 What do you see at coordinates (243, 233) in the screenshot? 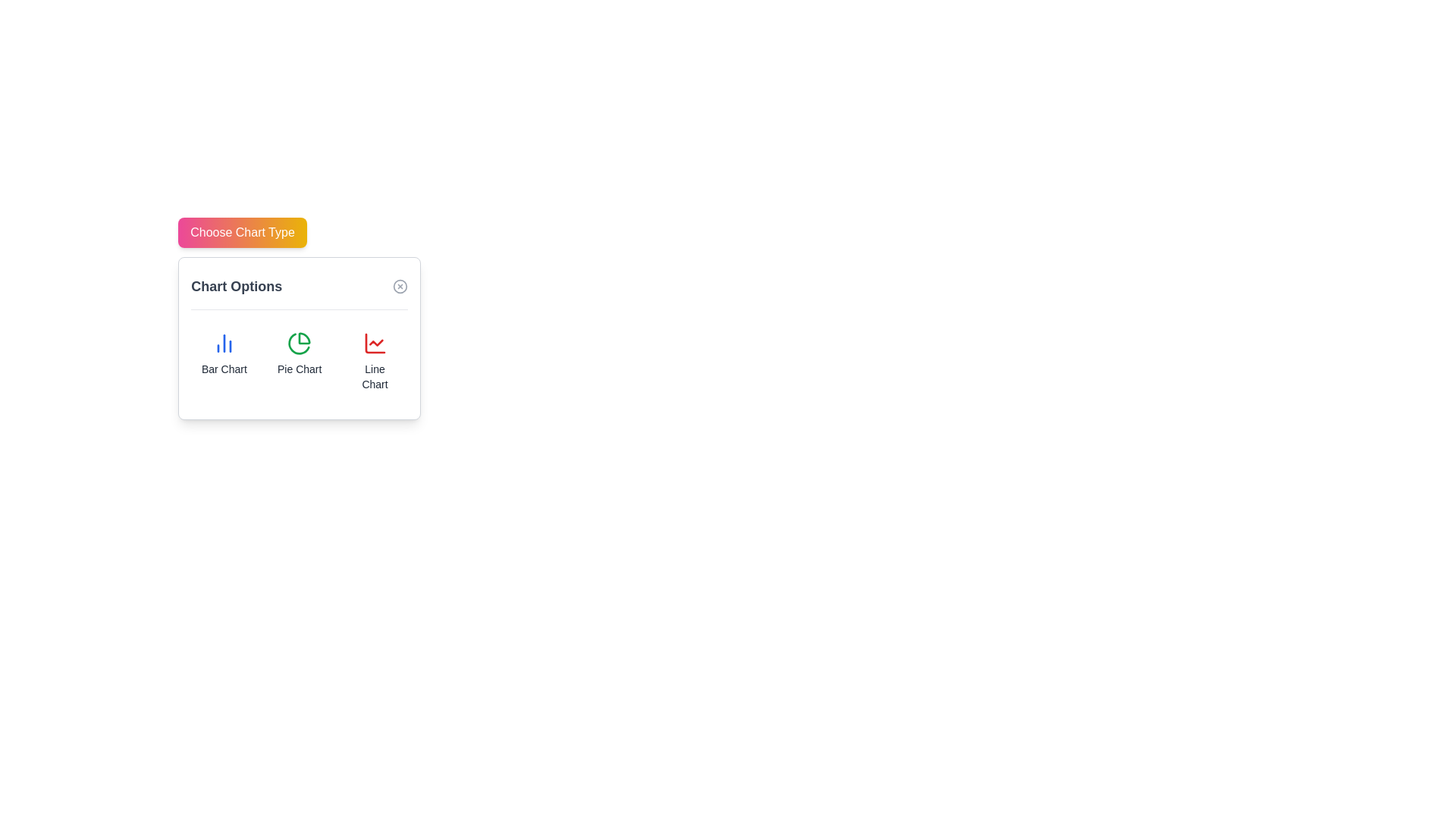
I see `the chart selection button located above the 'Chart Options' dropdown menu for accessibility navigation` at bounding box center [243, 233].